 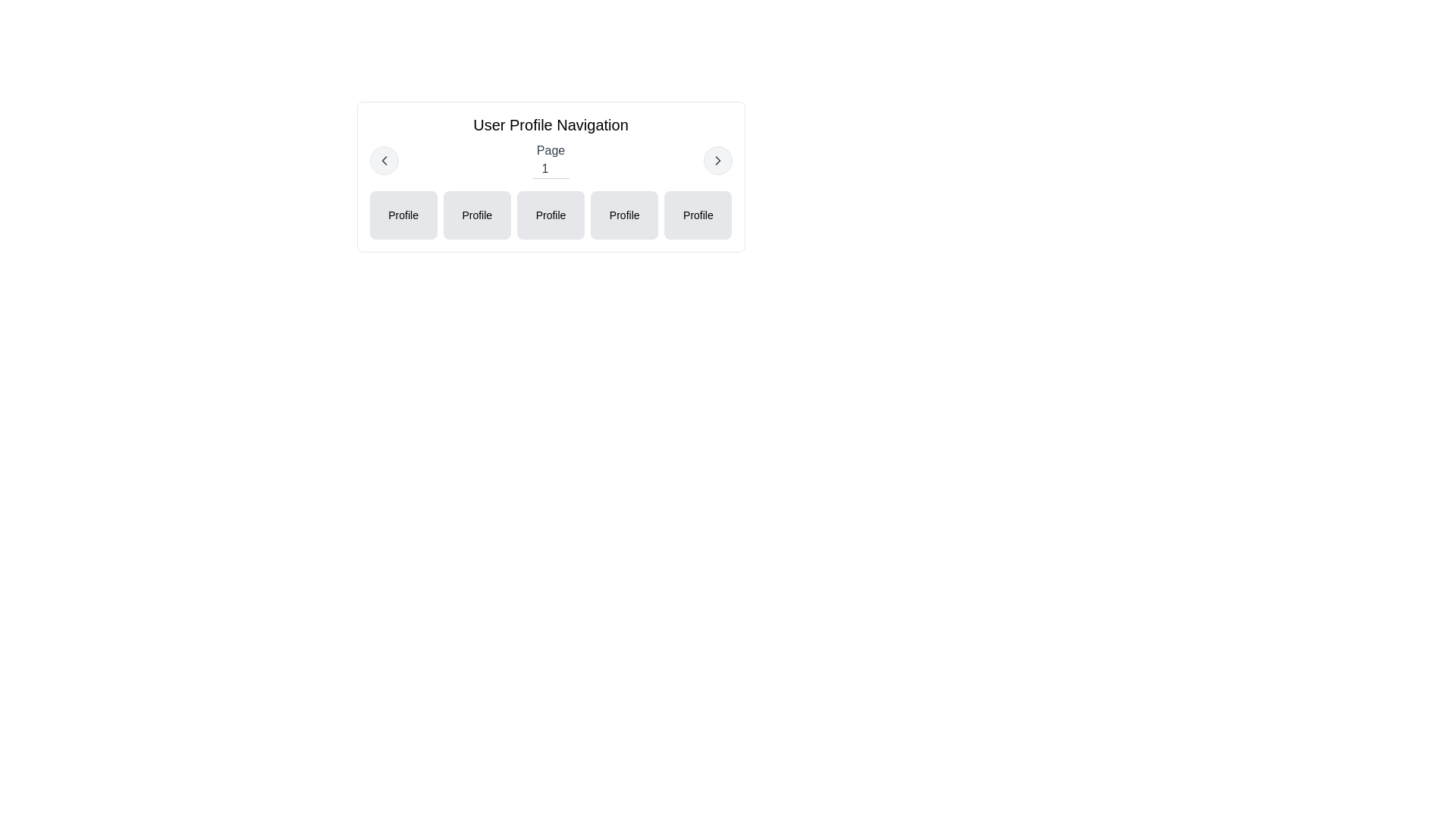 What do you see at coordinates (624, 215) in the screenshot?
I see `the fourth button in the User Profile Navigation section, which is part of a horizontally aligned grid of five buttons` at bounding box center [624, 215].